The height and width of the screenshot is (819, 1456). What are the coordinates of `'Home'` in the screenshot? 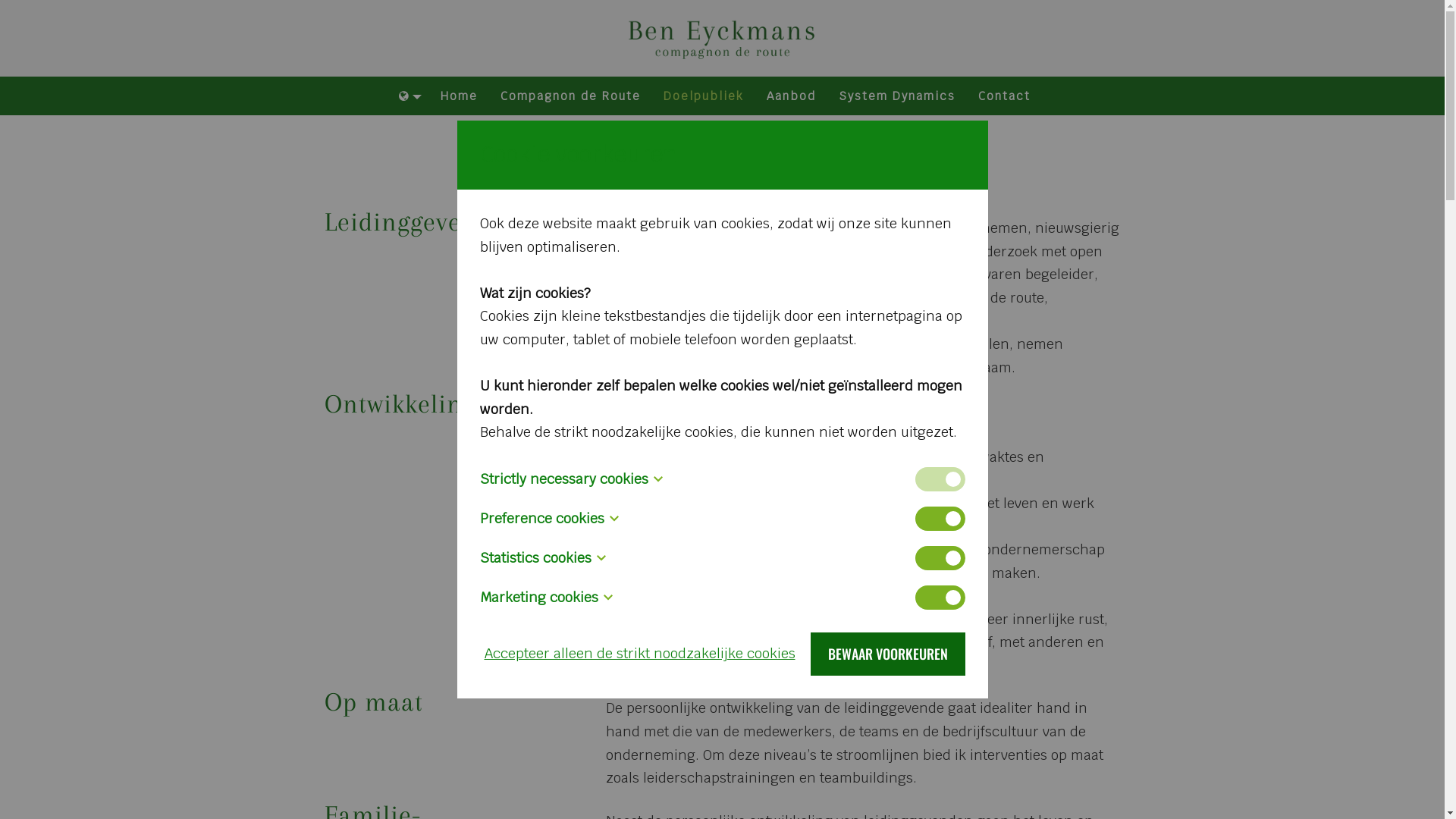 It's located at (458, 96).